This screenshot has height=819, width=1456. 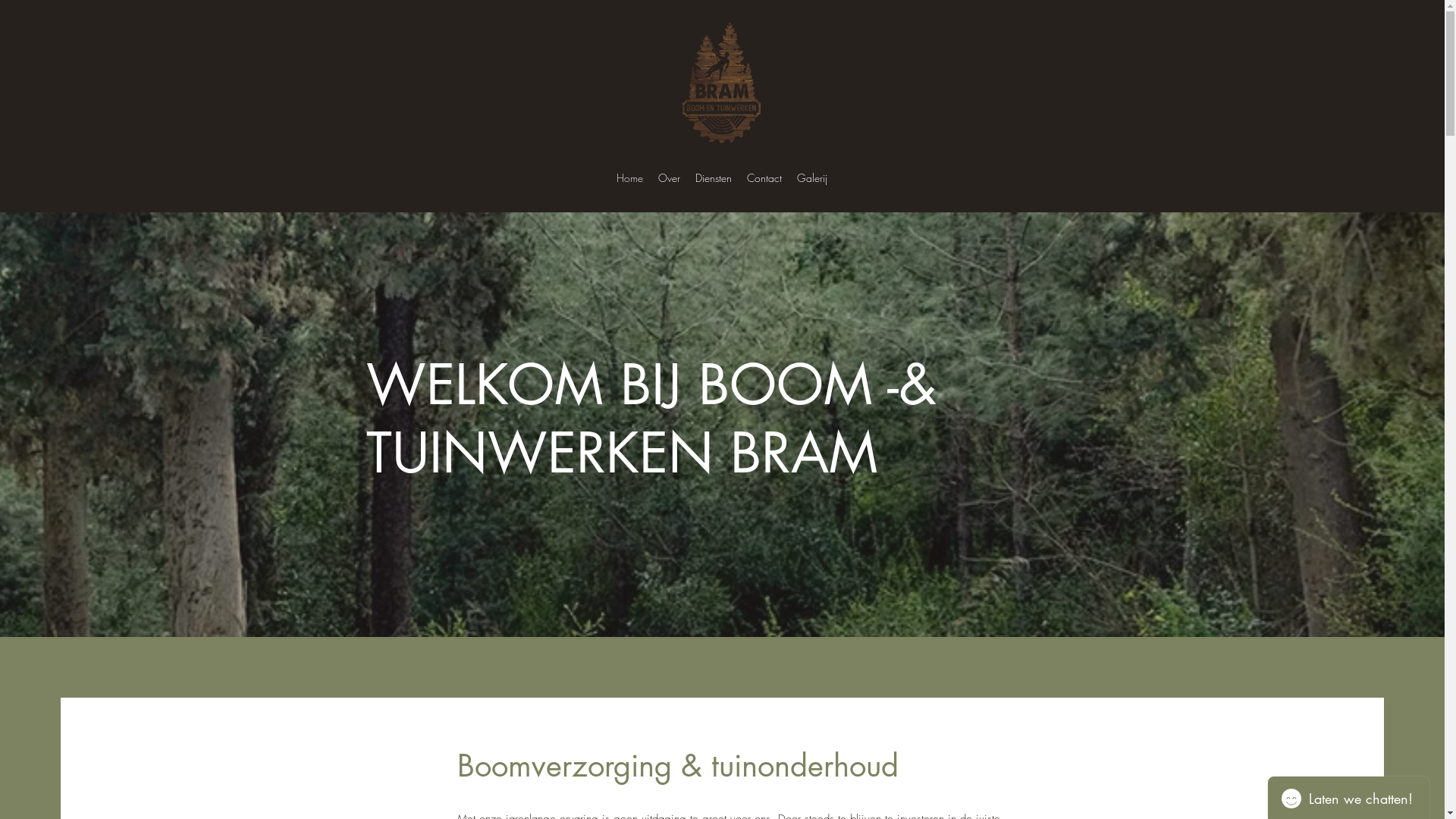 What do you see at coordinates (629, 177) in the screenshot?
I see `'Home'` at bounding box center [629, 177].